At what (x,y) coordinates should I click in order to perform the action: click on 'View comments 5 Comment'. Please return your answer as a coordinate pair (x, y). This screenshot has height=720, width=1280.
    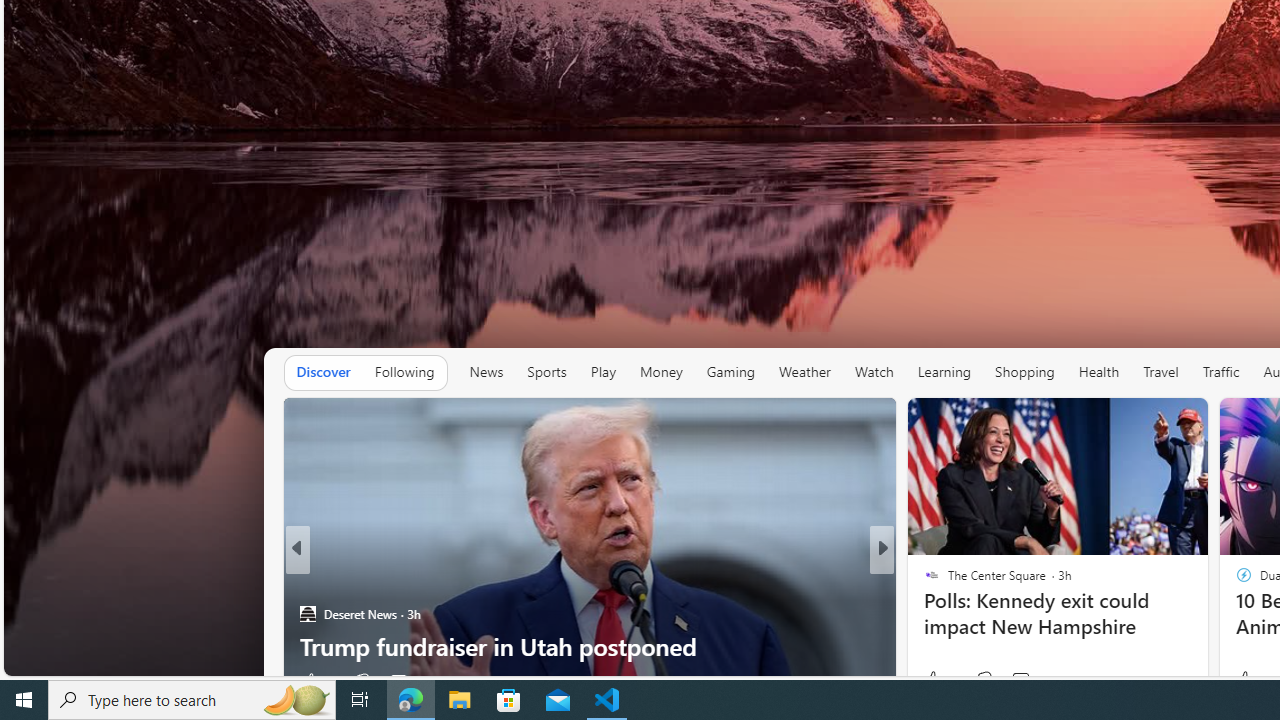
    Looking at the image, I should click on (1020, 680).